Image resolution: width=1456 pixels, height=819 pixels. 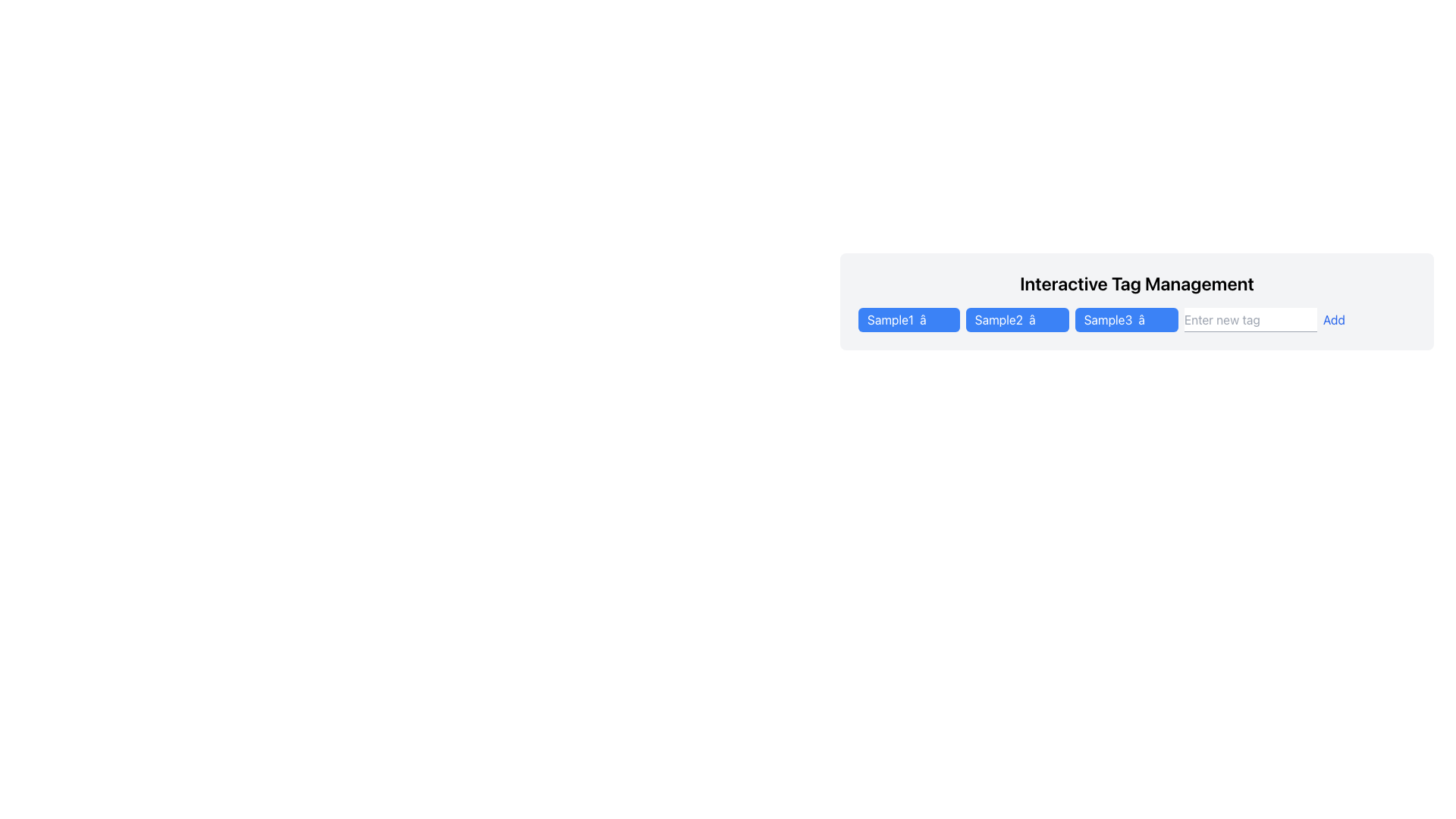 What do you see at coordinates (1333, 318) in the screenshot?
I see `the blue 'Add' button` at bounding box center [1333, 318].